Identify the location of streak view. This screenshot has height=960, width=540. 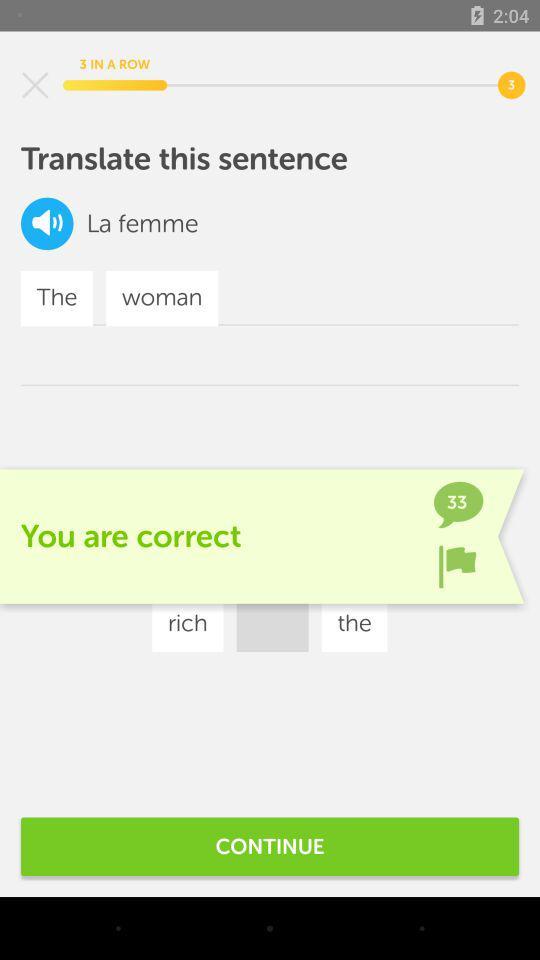
(35, 85).